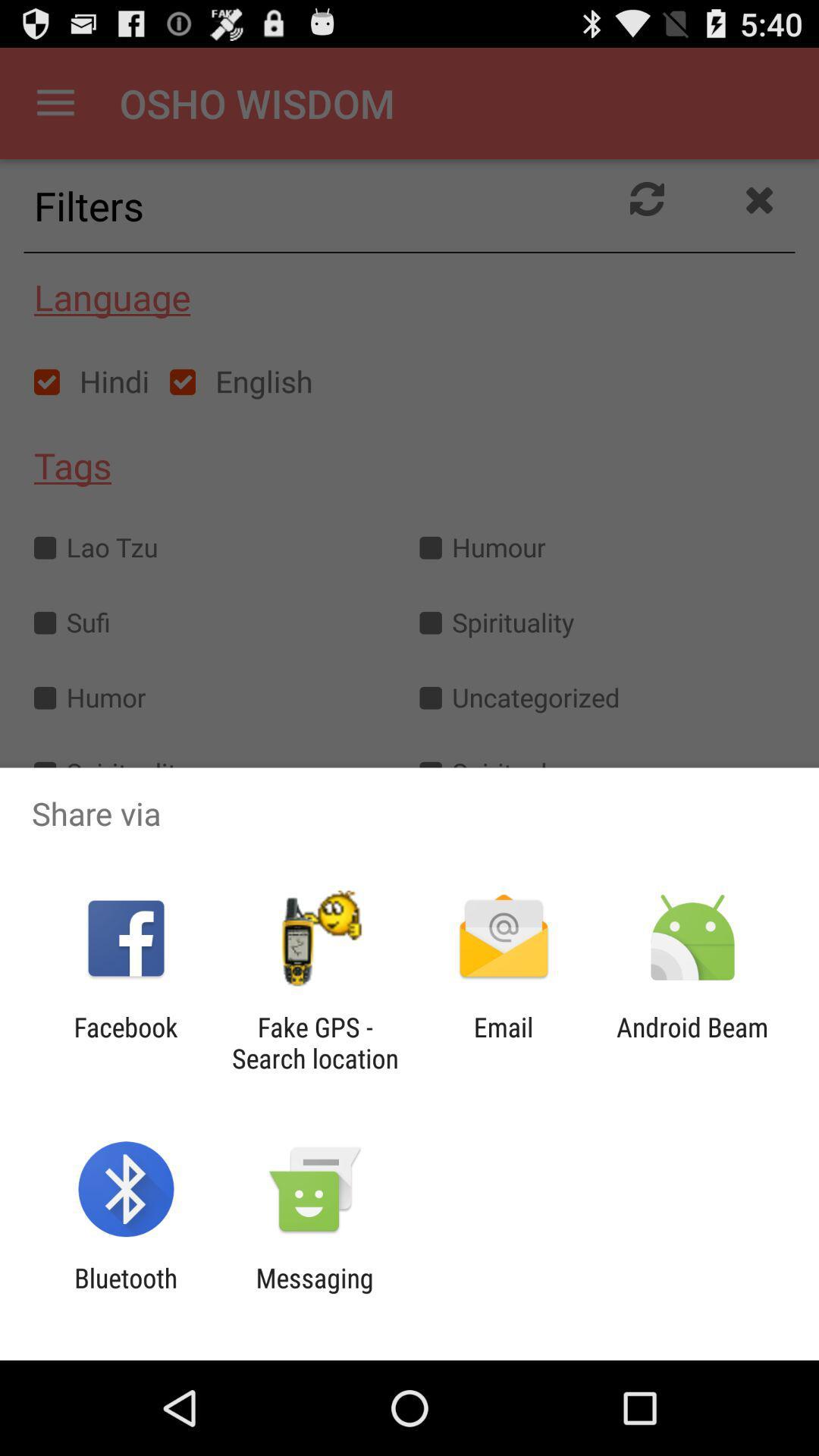  Describe the element at coordinates (314, 1293) in the screenshot. I see `item next to the bluetooth app` at that location.